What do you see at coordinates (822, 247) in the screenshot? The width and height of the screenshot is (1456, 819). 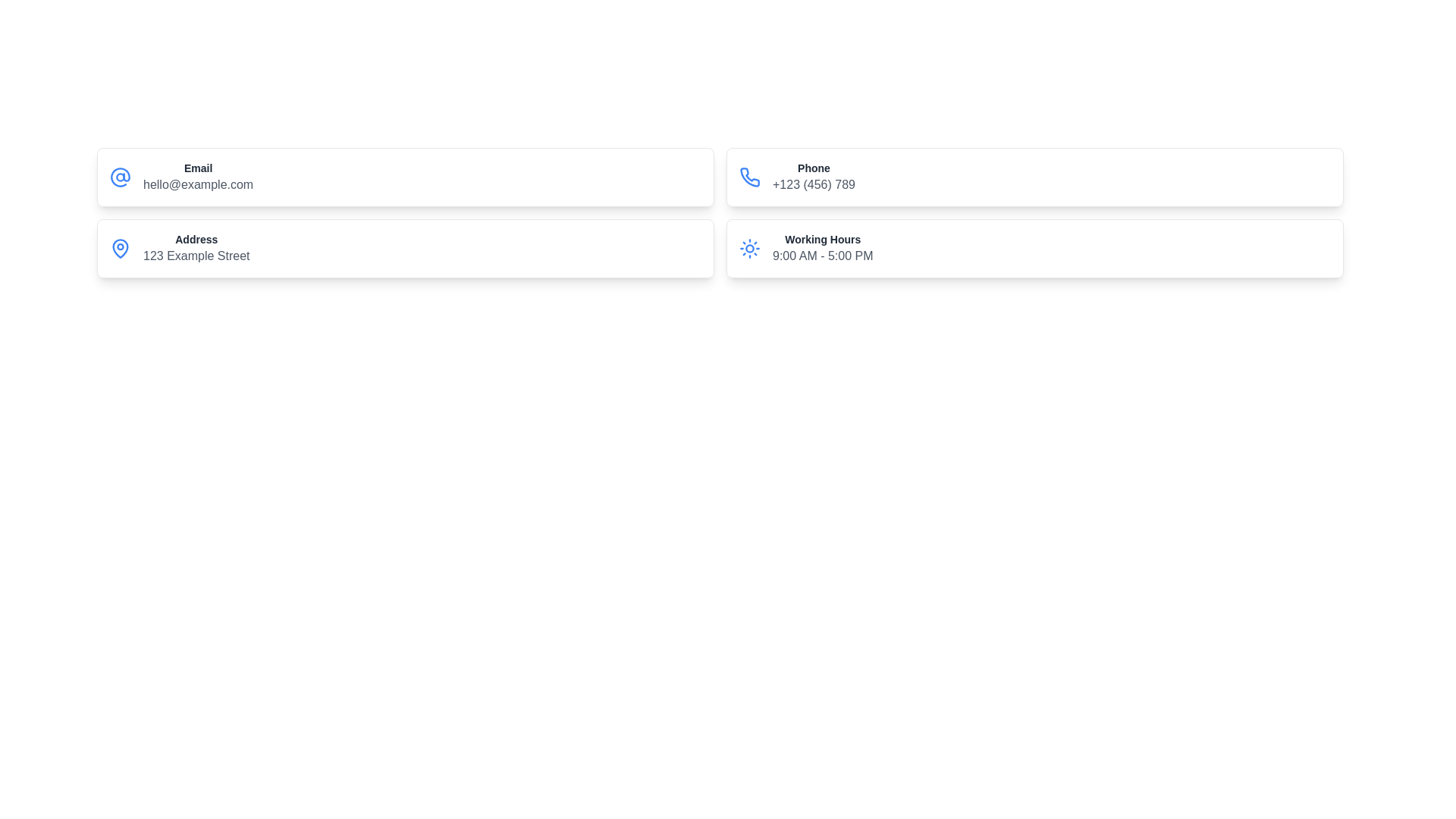 I see `the Text Display that shows 'Working Hours' and '9:00 AM - 5:00 PM' located in the bottom-right section of the layout` at bounding box center [822, 247].